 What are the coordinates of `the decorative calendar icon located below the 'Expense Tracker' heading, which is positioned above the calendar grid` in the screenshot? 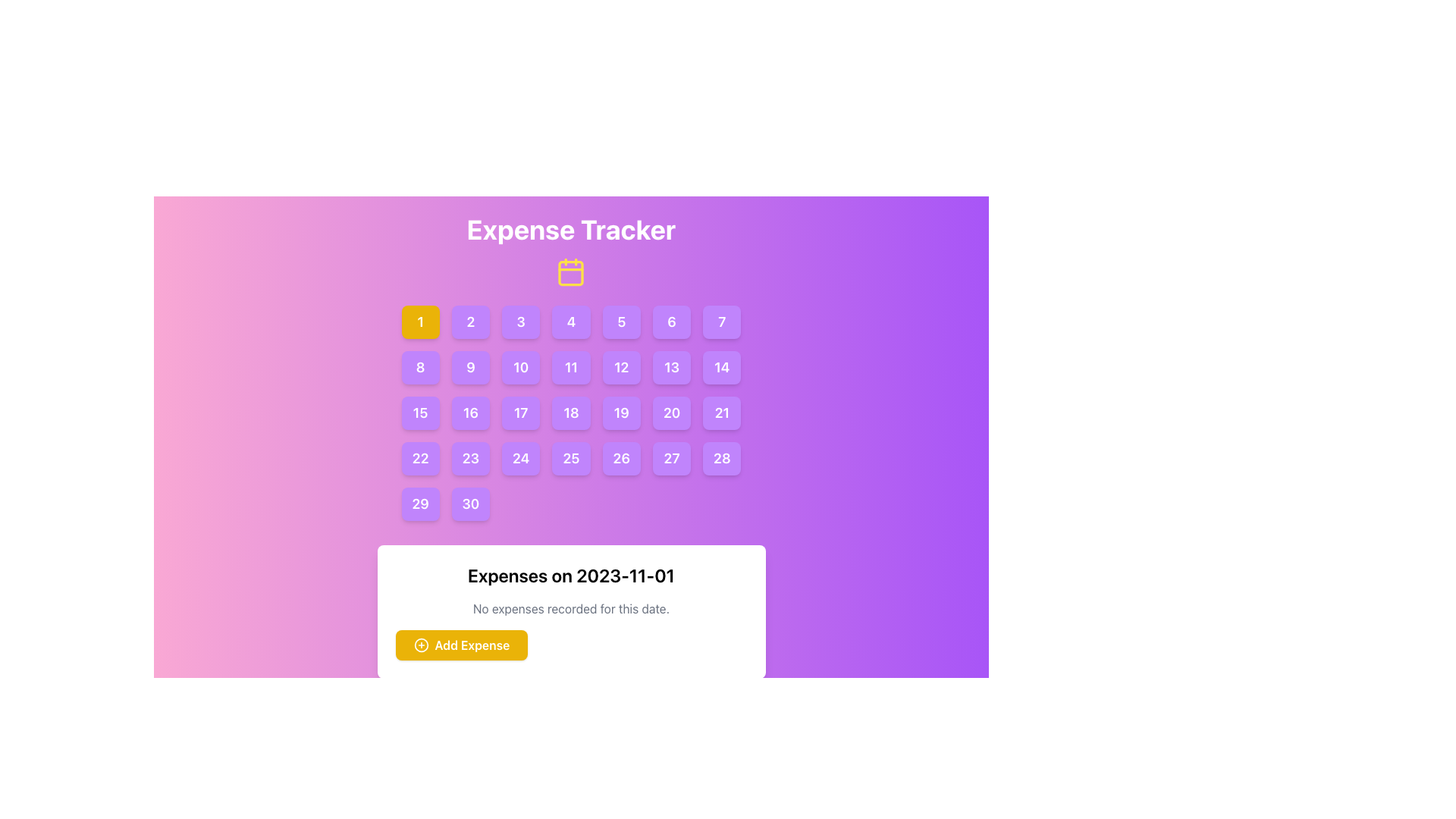 It's located at (570, 271).